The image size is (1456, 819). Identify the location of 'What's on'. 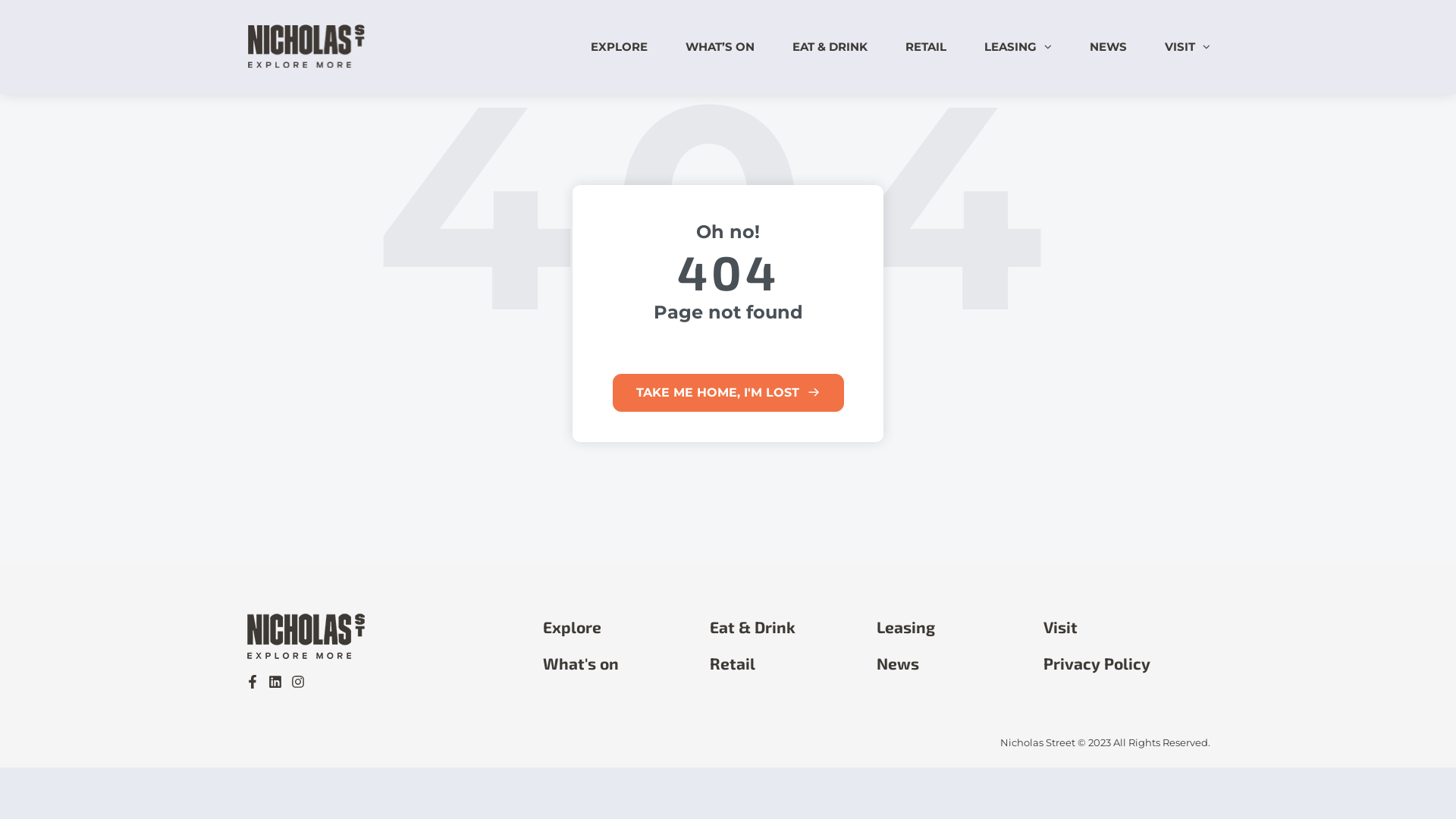
(580, 663).